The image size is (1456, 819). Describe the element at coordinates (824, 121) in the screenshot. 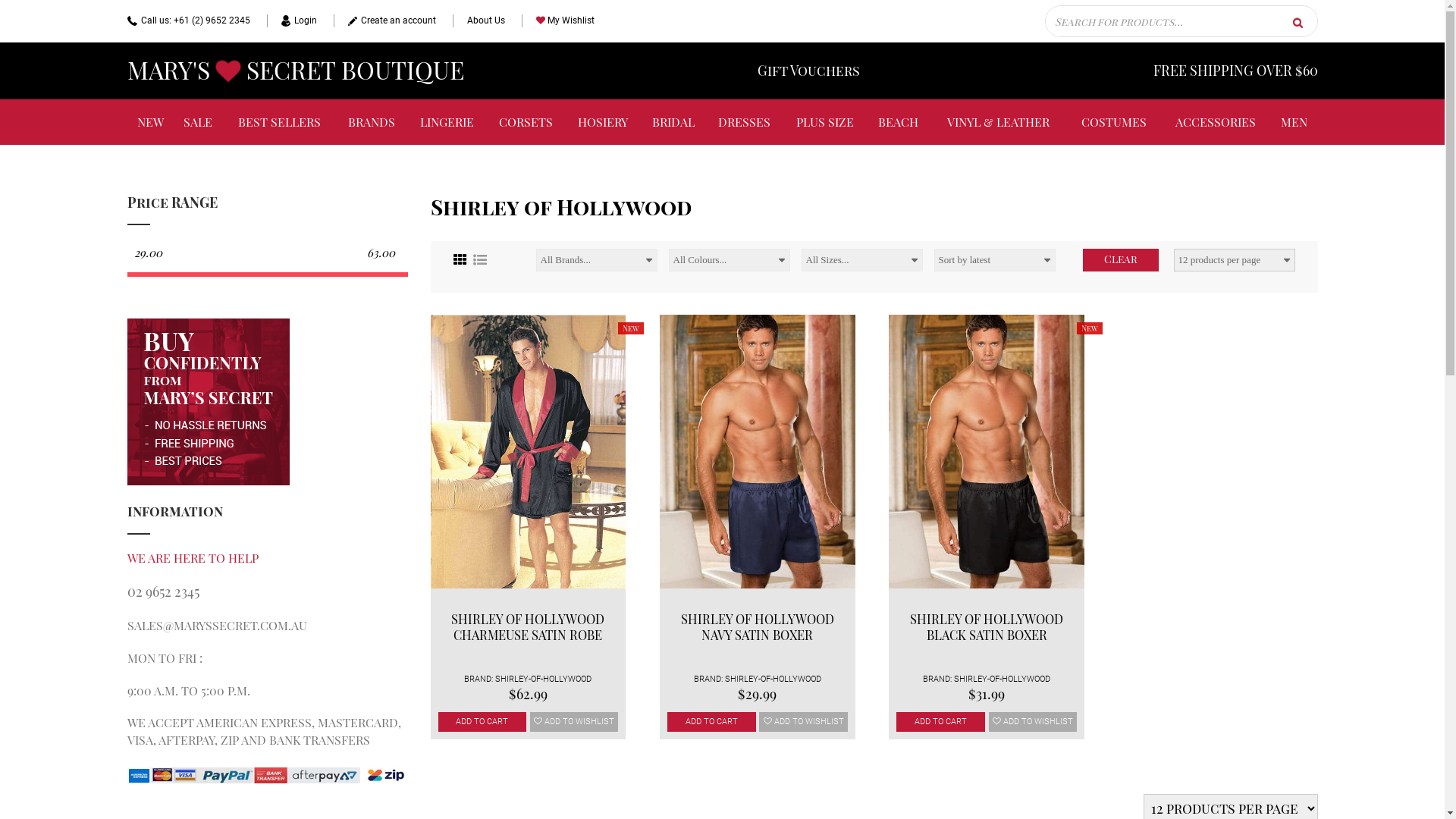

I see `'PLUS SIZE'` at that location.